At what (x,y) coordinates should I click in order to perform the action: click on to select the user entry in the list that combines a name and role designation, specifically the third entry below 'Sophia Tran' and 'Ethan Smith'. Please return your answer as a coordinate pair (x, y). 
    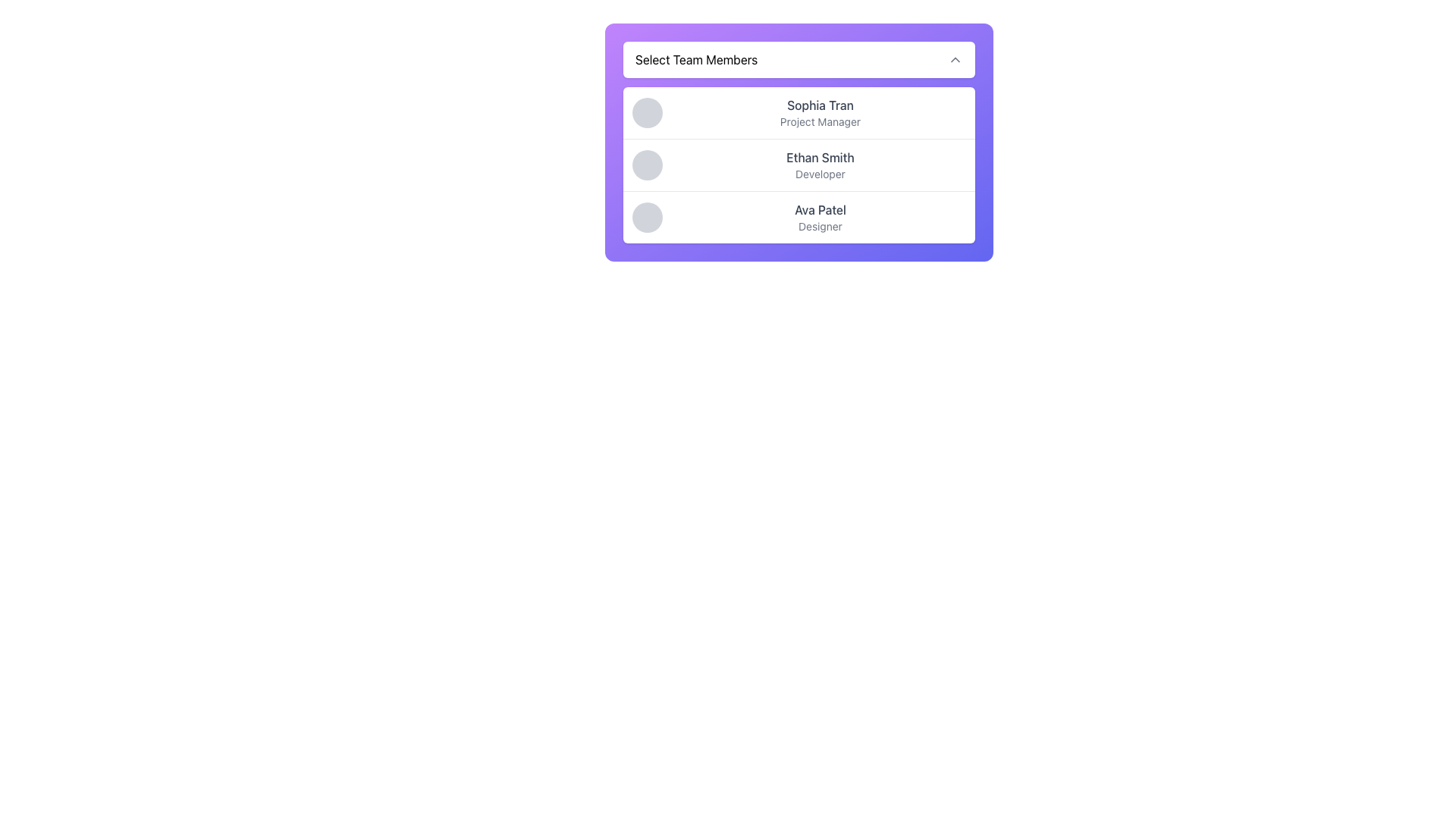
    Looking at the image, I should click on (819, 217).